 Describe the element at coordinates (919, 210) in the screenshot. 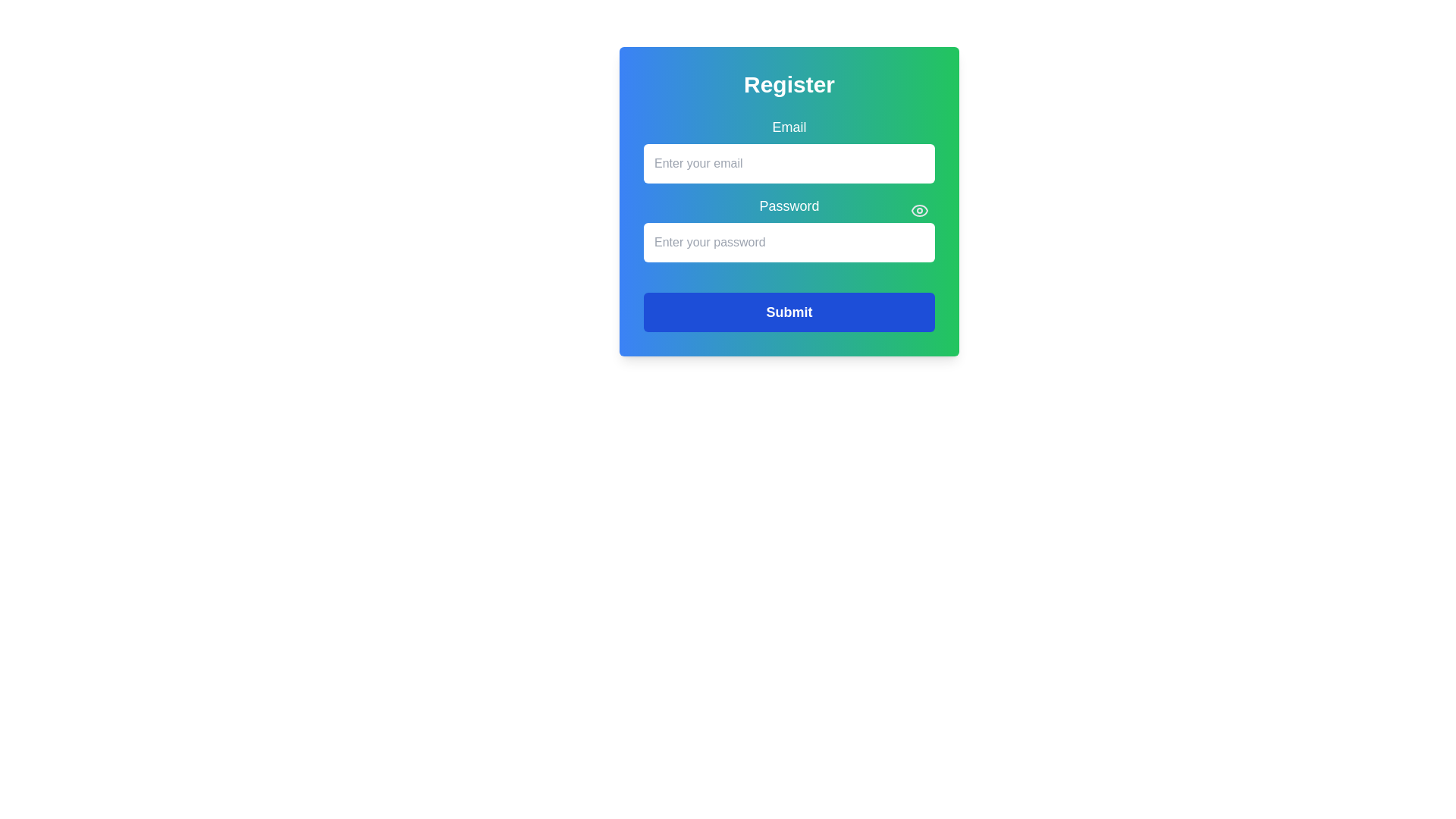

I see `the circular eye-shaped button with a gray outline and central pupil located at the top-right corner of the Password field` at that location.